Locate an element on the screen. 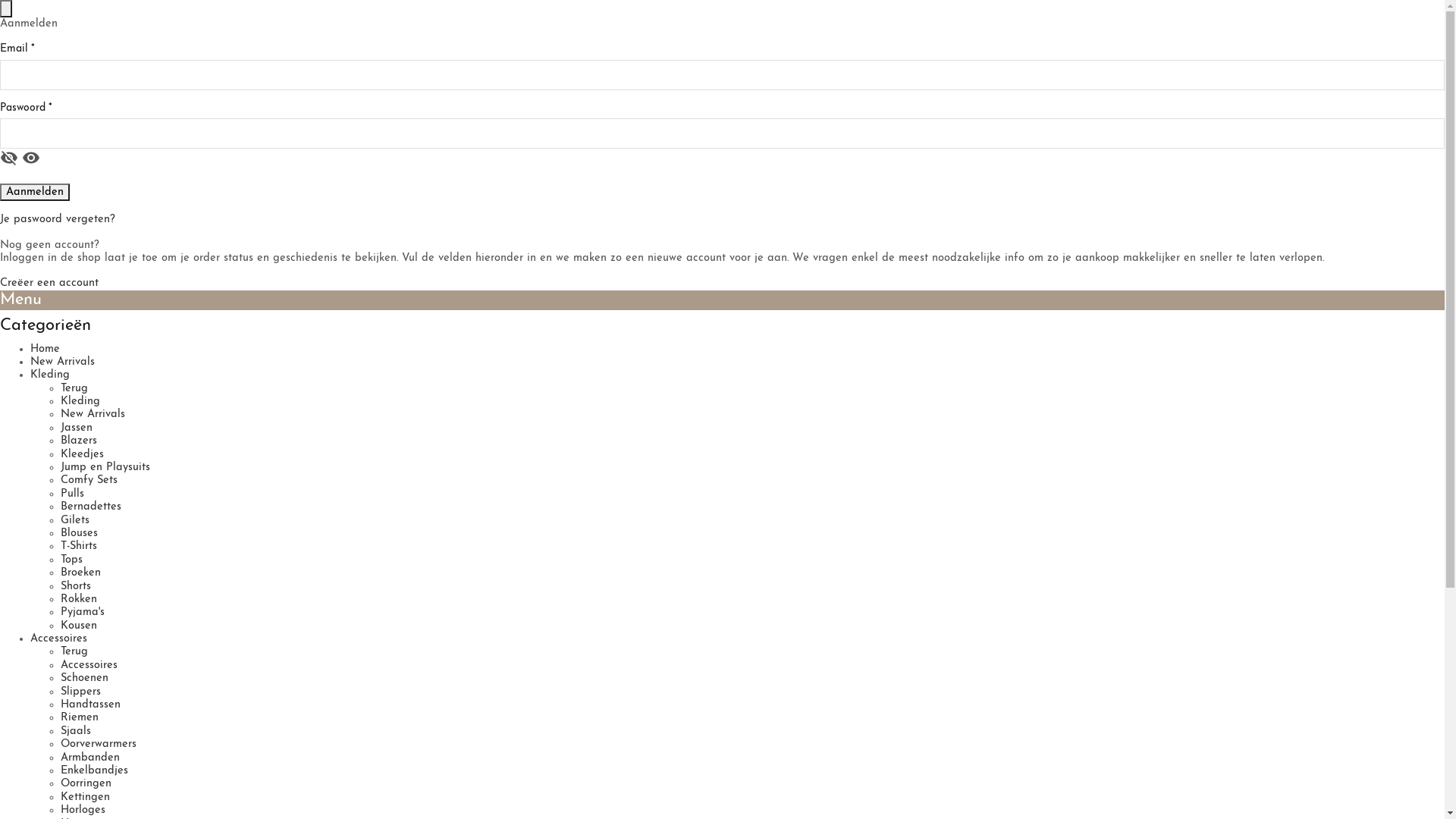  'Armbanden' is located at coordinates (89, 758).